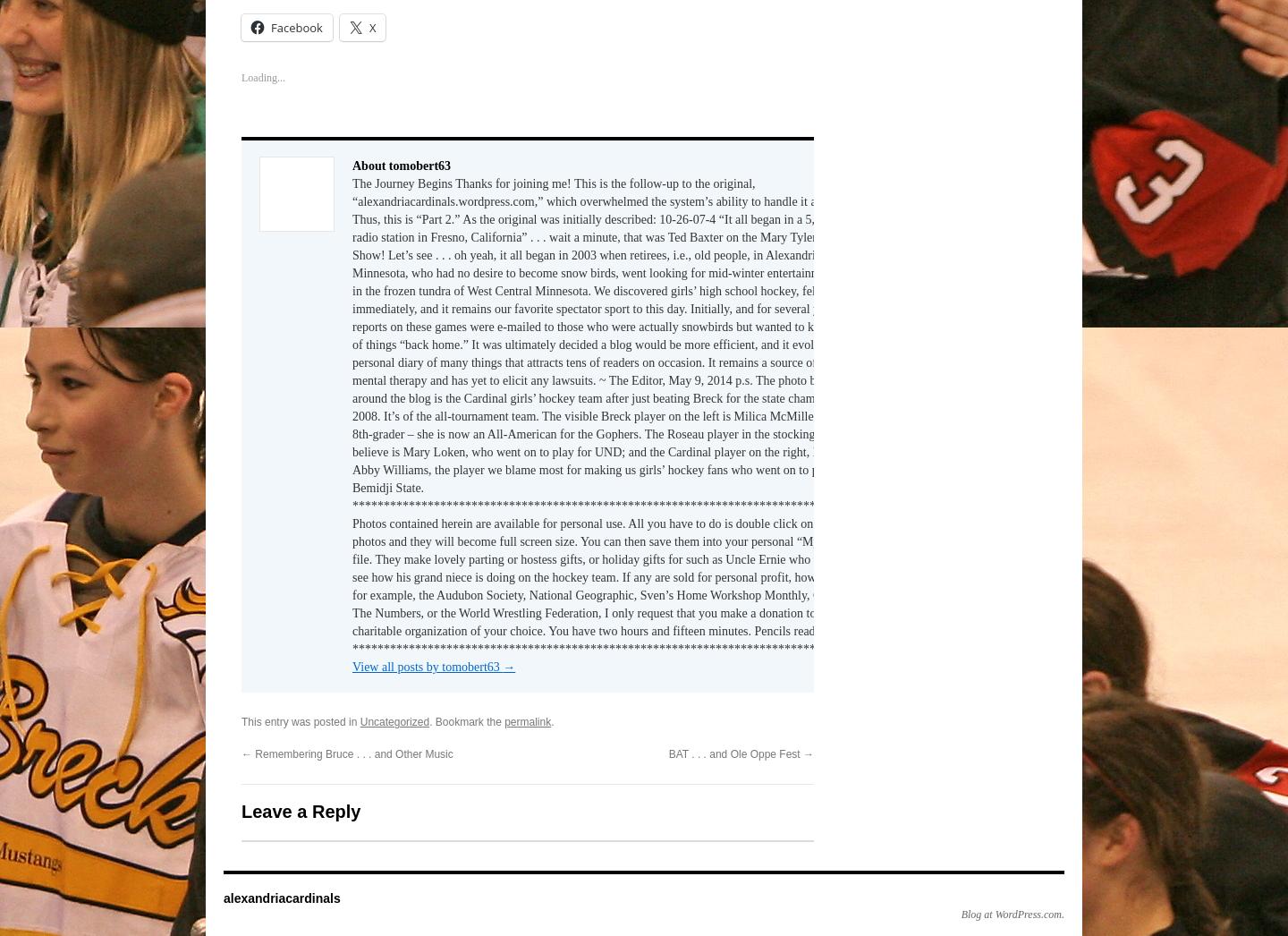 The image size is (1288, 936). Describe the element at coordinates (427, 661) in the screenshot. I see `'View all posts by tomobert63'` at that location.